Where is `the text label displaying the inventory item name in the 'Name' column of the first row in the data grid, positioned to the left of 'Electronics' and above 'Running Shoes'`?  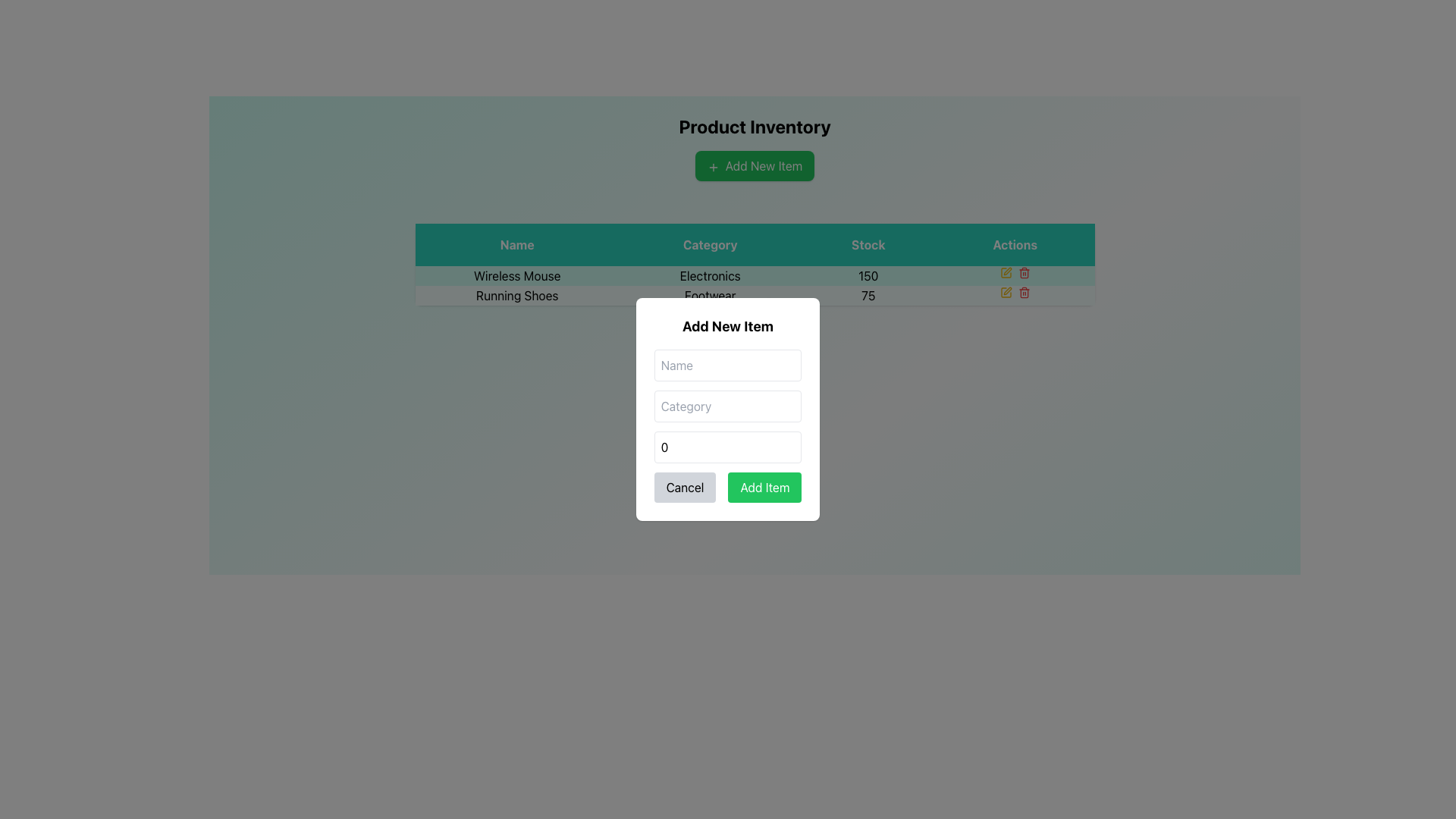
the text label displaying the inventory item name in the 'Name' column of the first row in the data grid, positioned to the left of 'Electronics' and above 'Running Shoes' is located at coordinates (517, 275).